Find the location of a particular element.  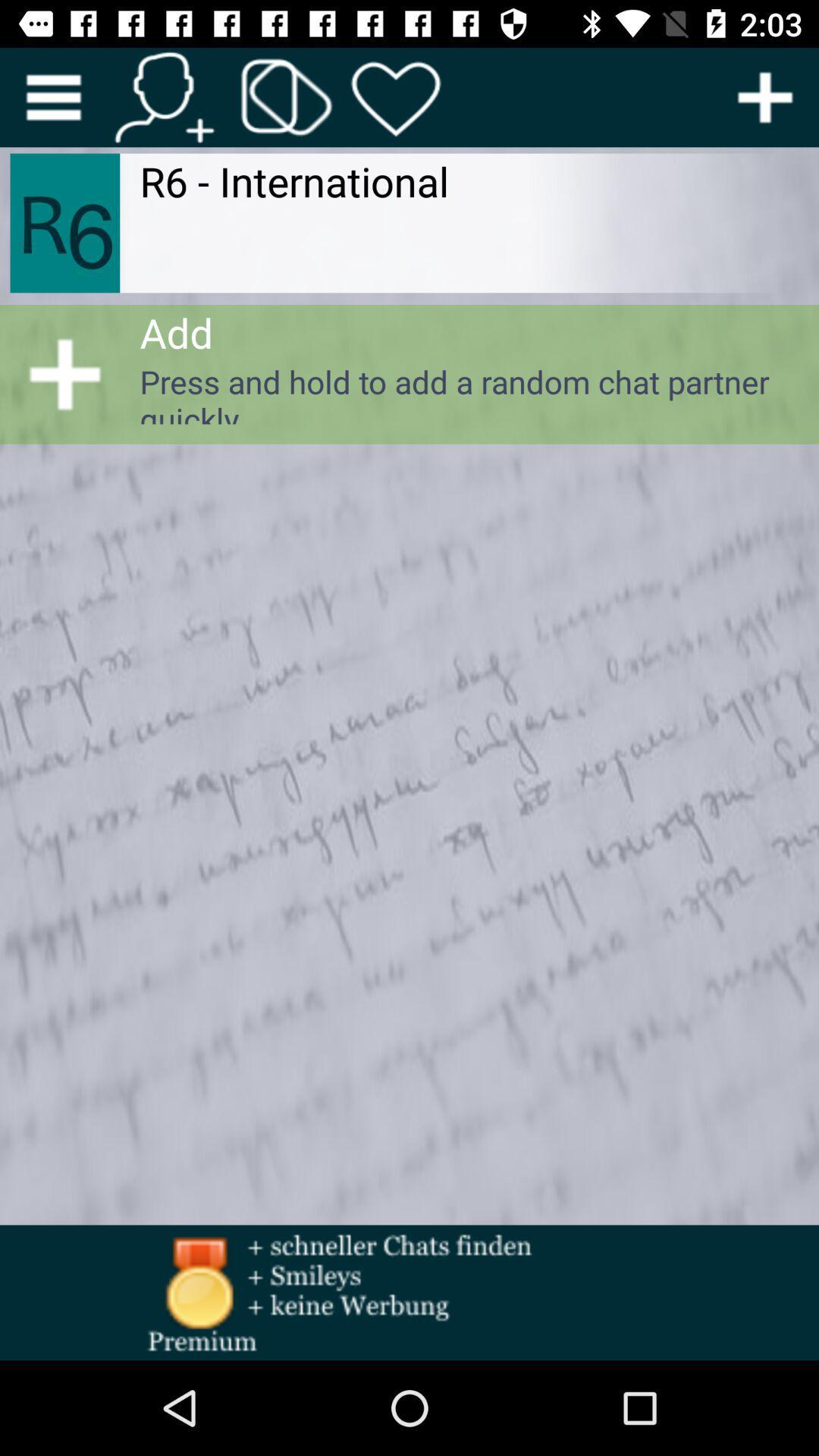

cross phone options is located at coordinates (287, 96).